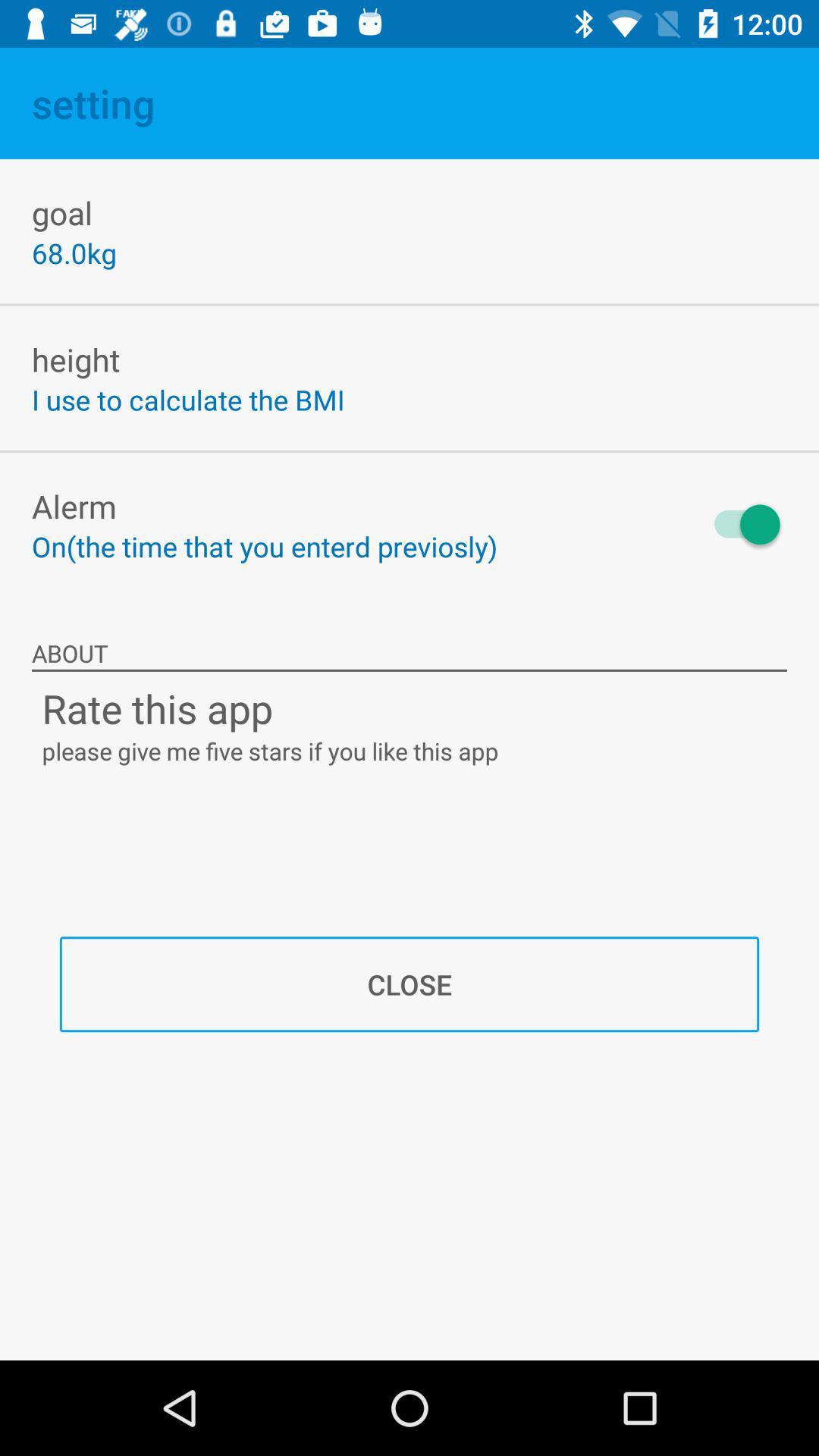 The width and height of the screenshot is (819, 1456). I want to click on close, so click(409, 984).